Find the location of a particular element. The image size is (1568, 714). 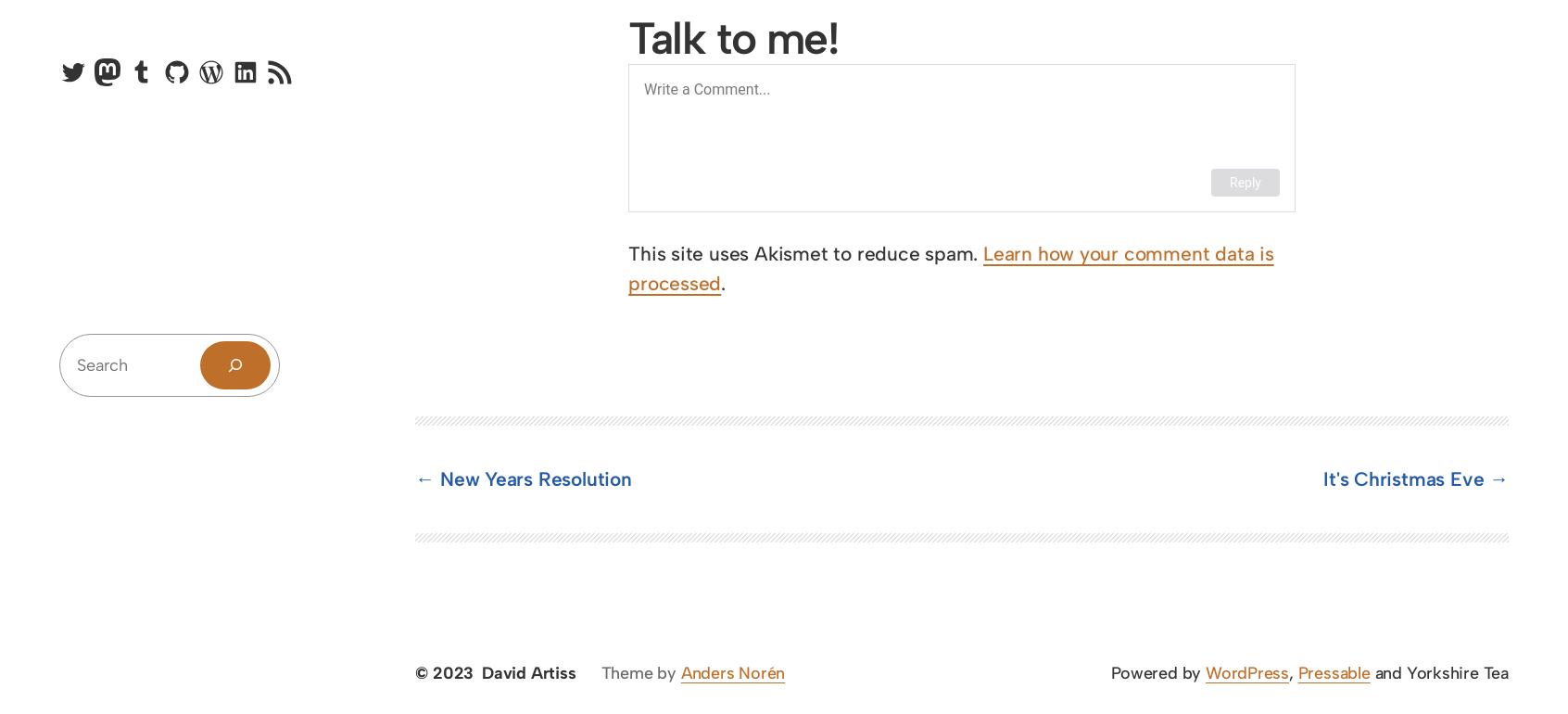

'It's Christmas Eve' is located at coordinates (1322, 478).